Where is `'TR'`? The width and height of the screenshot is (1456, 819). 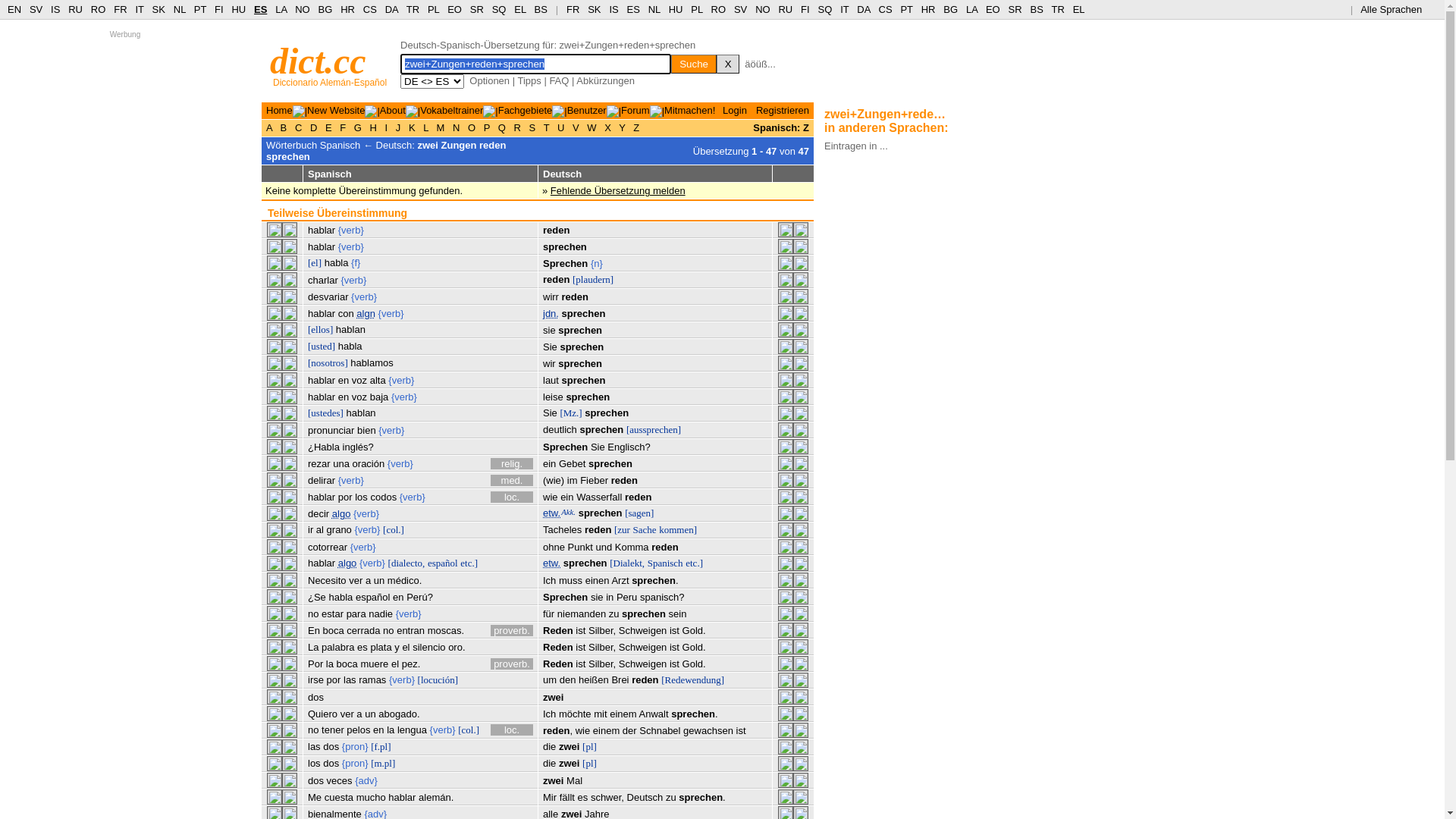
'TR' is located at coordinates (413, 9).